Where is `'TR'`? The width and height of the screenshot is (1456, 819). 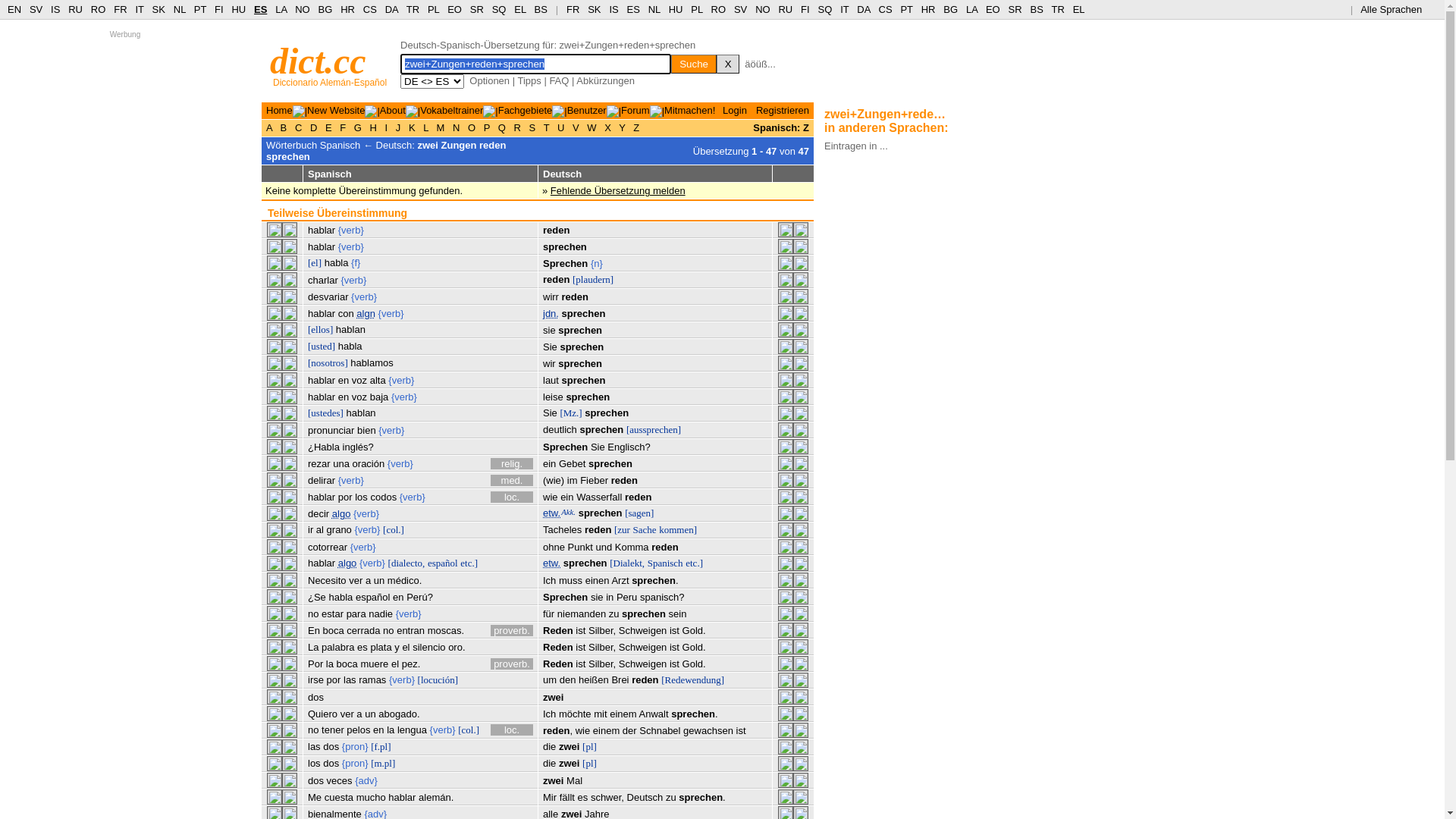
'TR' is located at coordinates (413, 9).